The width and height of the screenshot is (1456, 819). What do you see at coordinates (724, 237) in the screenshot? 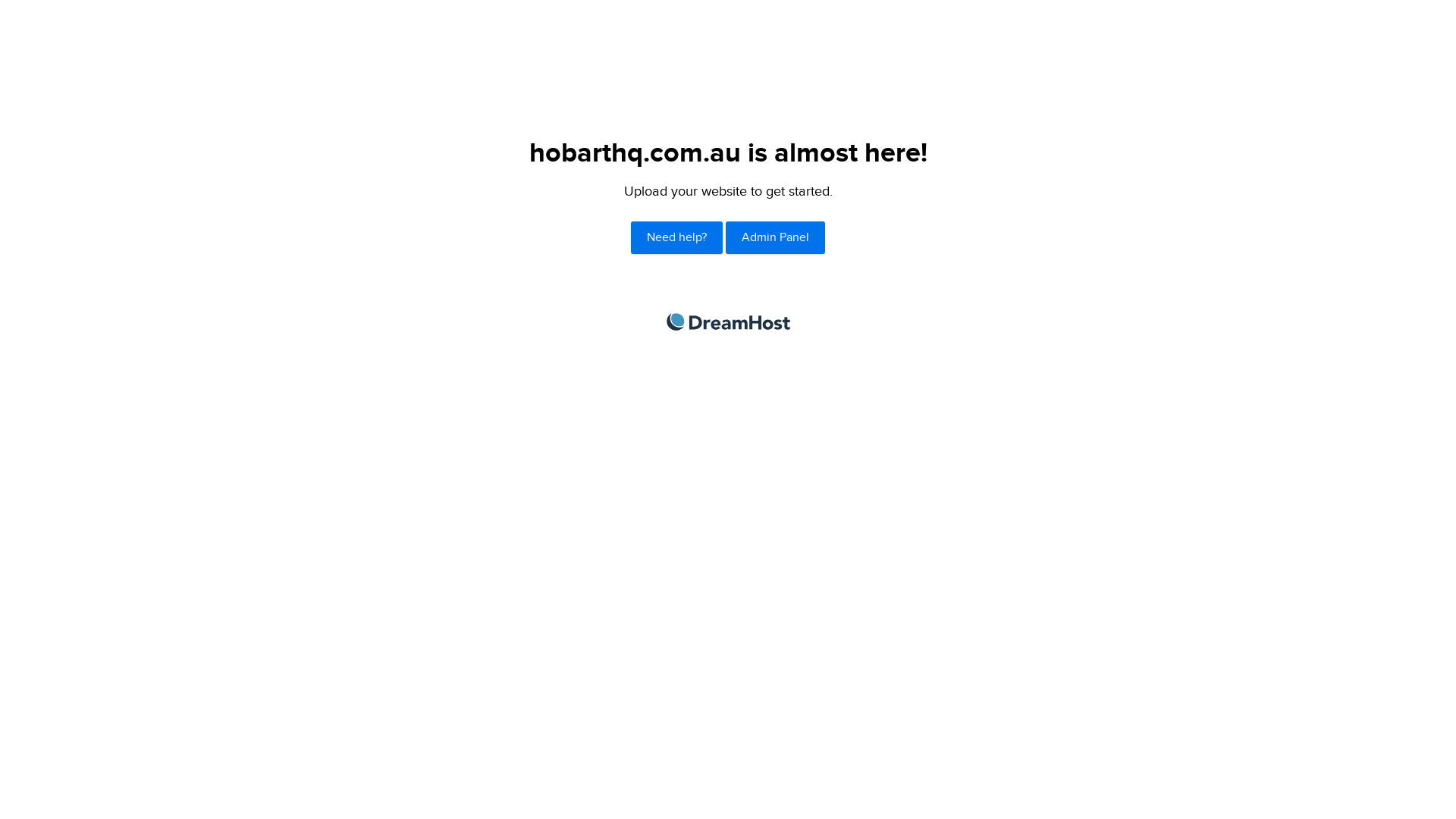
I see `'Admin Panel'` at bounding box center [724, 237].